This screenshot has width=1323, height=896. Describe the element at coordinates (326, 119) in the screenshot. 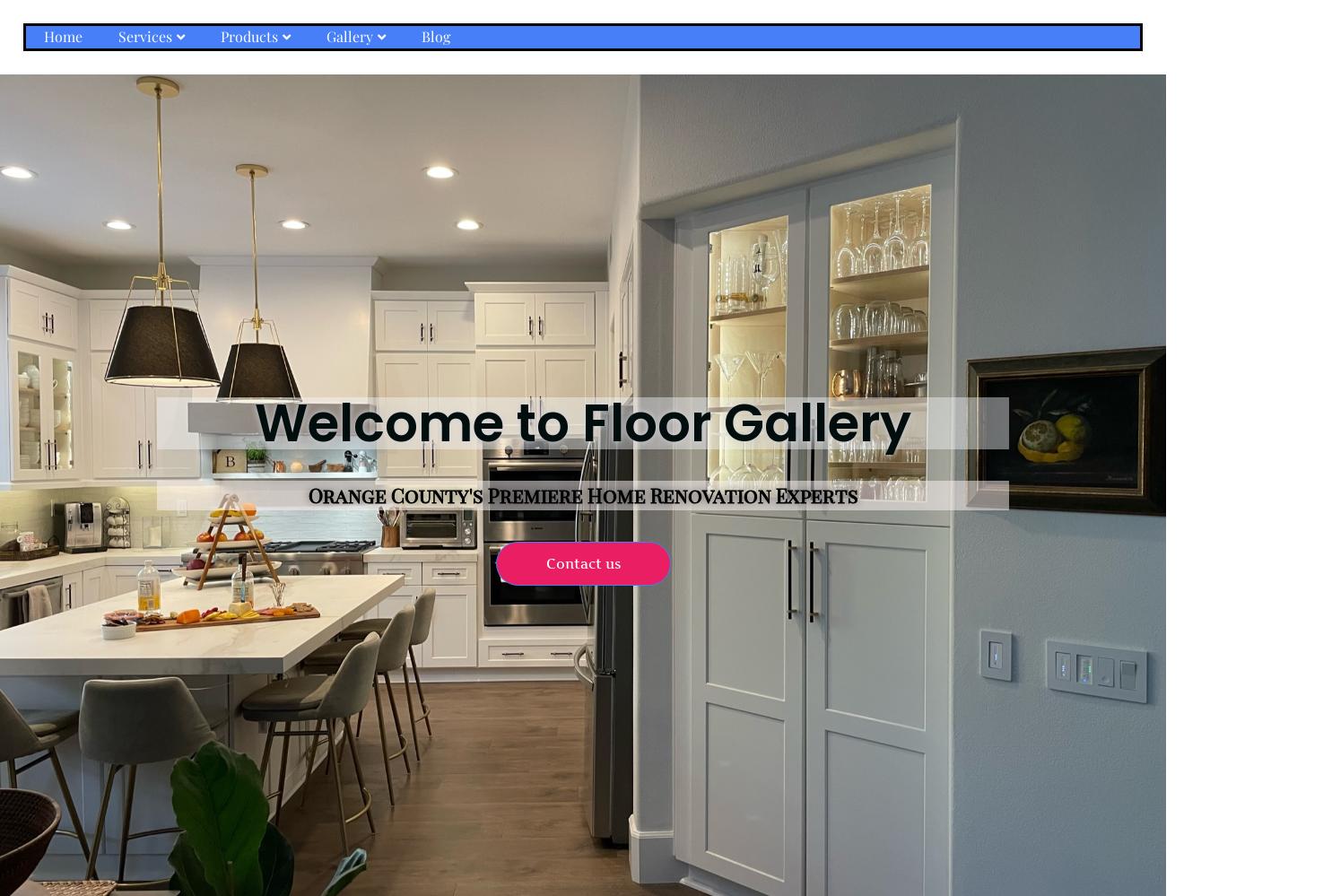

I see `'Video Gallery'` at that location.